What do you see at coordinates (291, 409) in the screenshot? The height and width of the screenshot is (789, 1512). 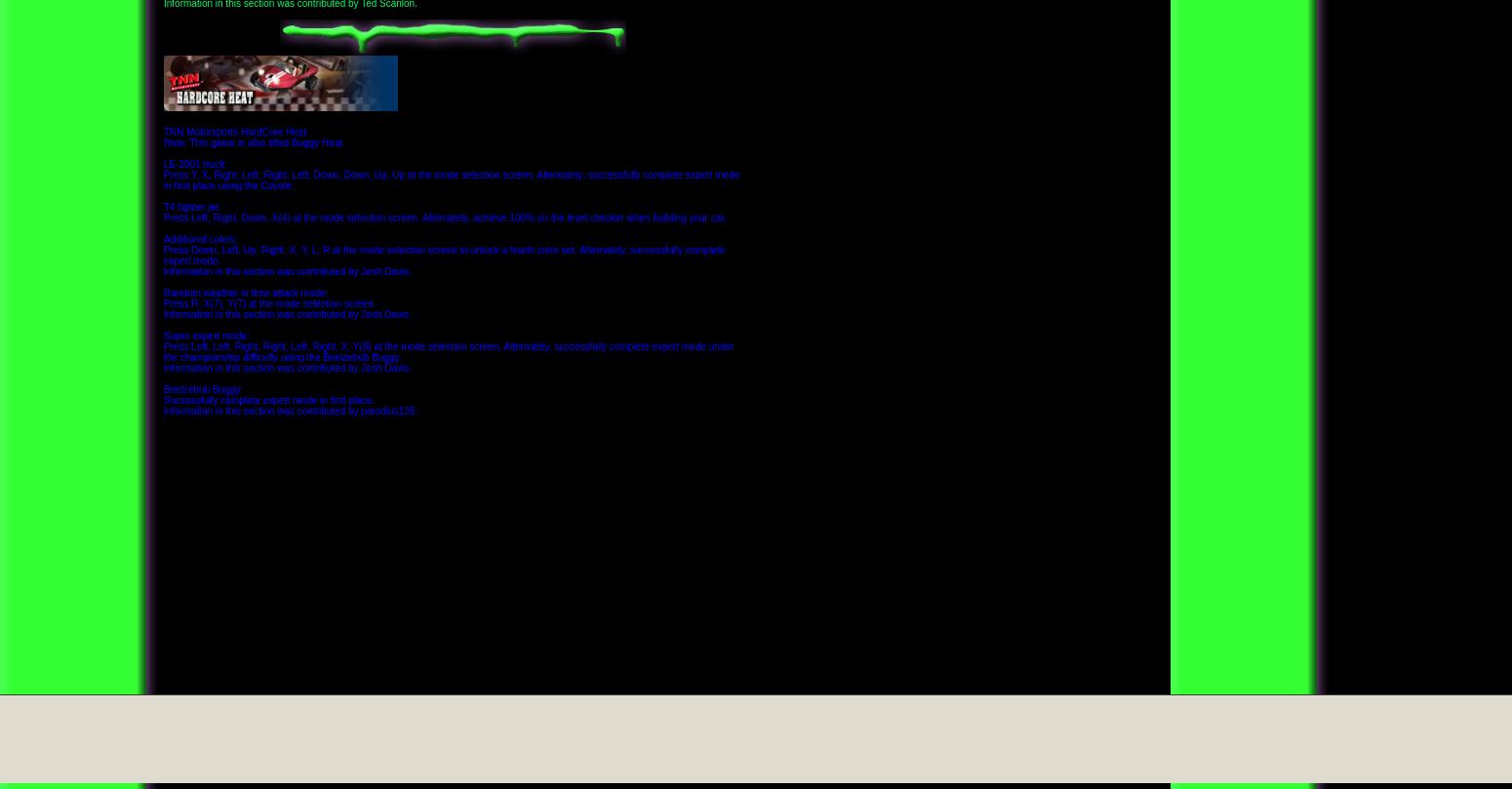 I see `'Information in this section was contributed by parodius128.'` at bounding box center [291, 409].